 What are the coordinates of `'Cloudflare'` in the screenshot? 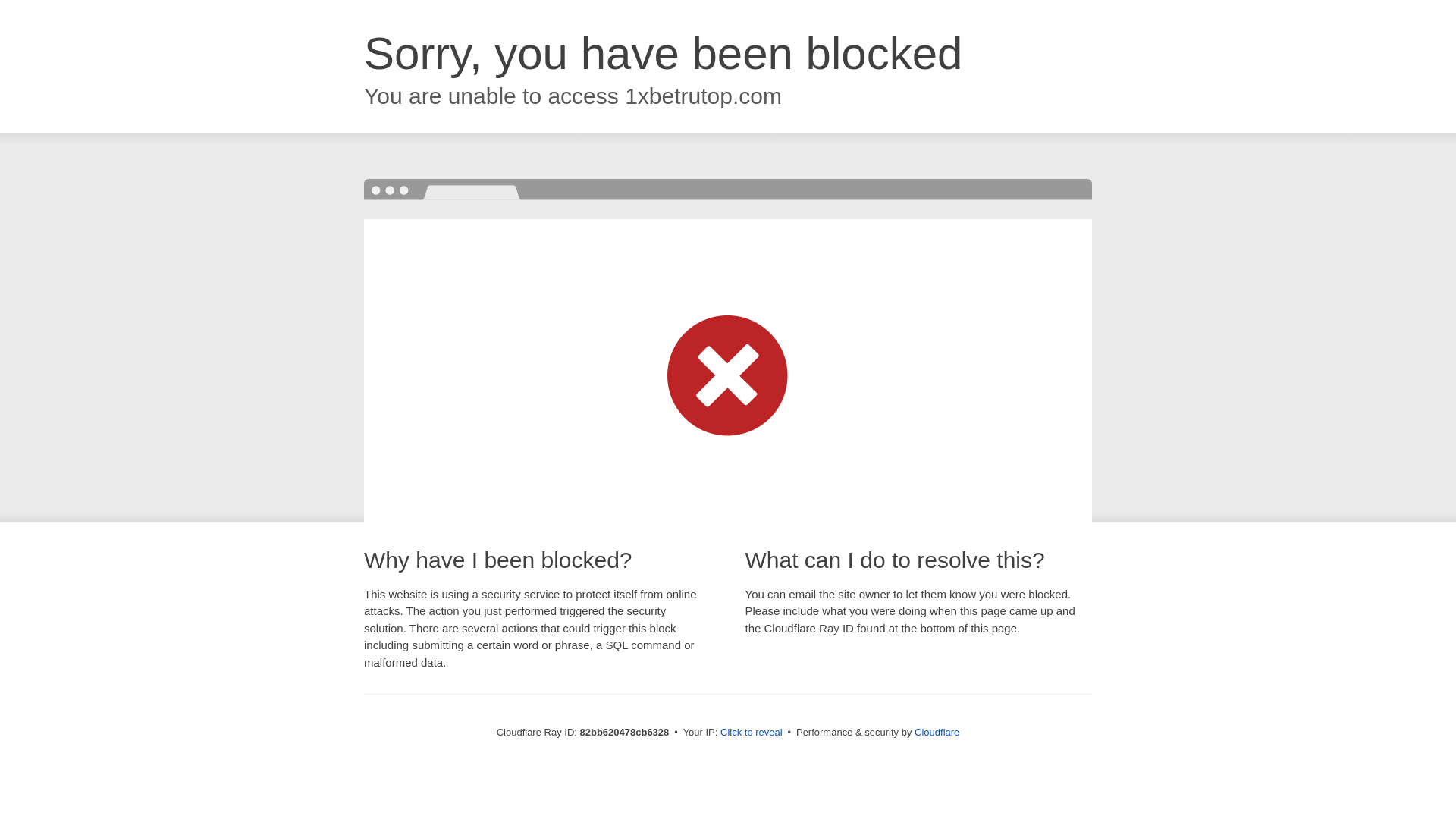 It's located at (936, 731).